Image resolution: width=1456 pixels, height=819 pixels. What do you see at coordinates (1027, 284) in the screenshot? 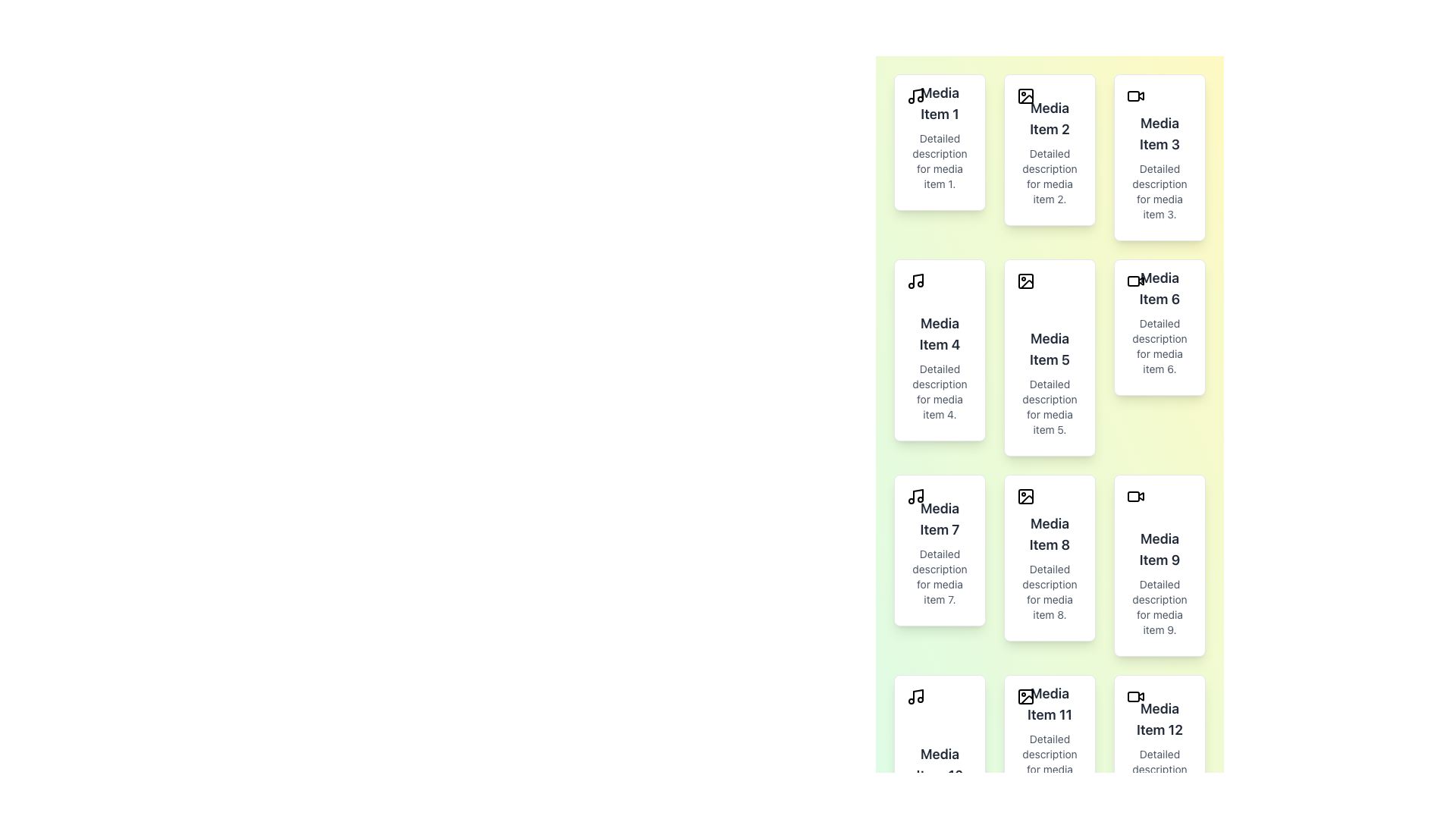
I see `the SVG-based graphical icon representing an image or media feature located in the fifth card of a 4x3 grid, specifically in the second row and second column` at bounding box center [1027, 284].